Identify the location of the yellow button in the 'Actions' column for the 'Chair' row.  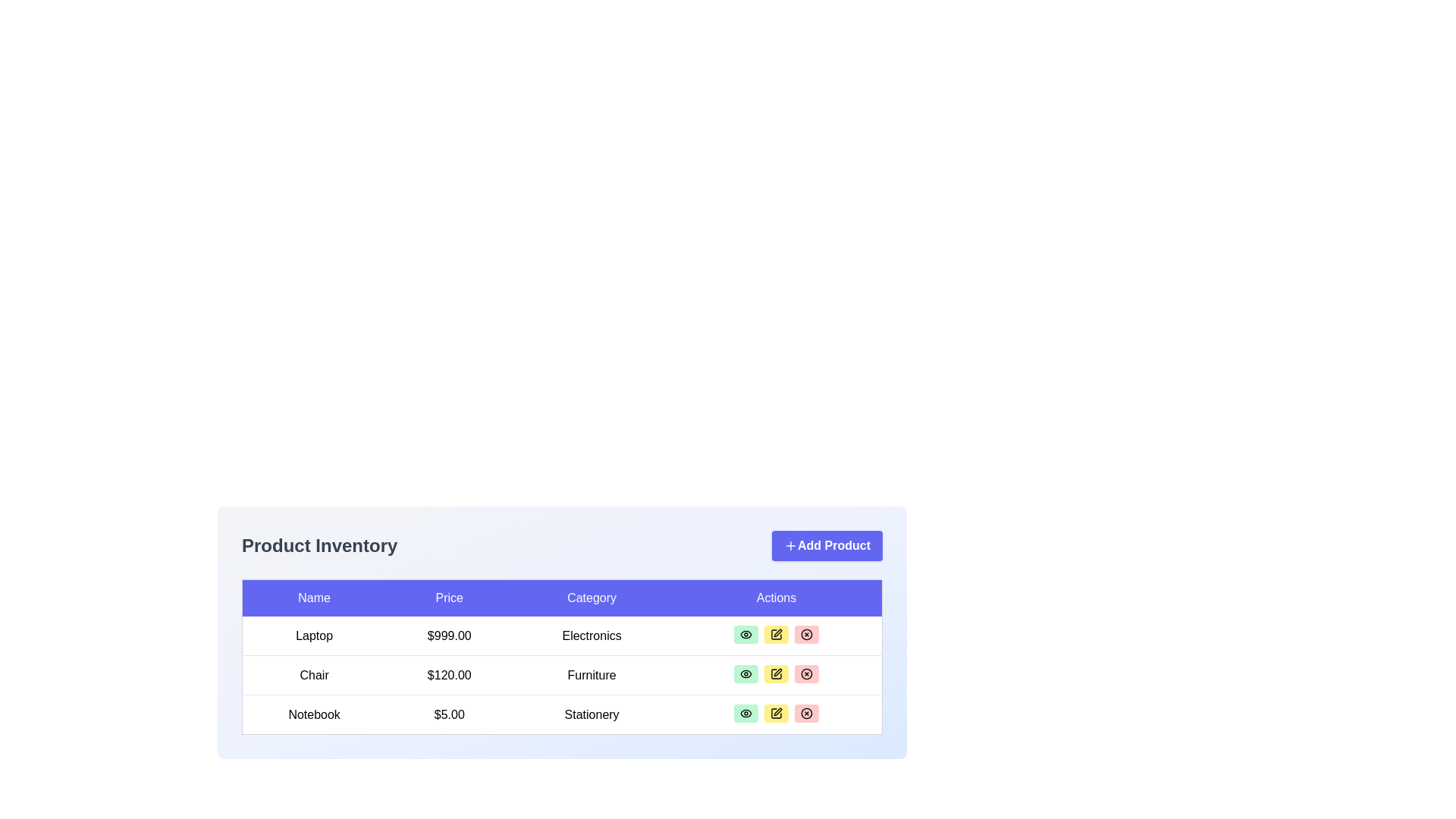
(777, 674).